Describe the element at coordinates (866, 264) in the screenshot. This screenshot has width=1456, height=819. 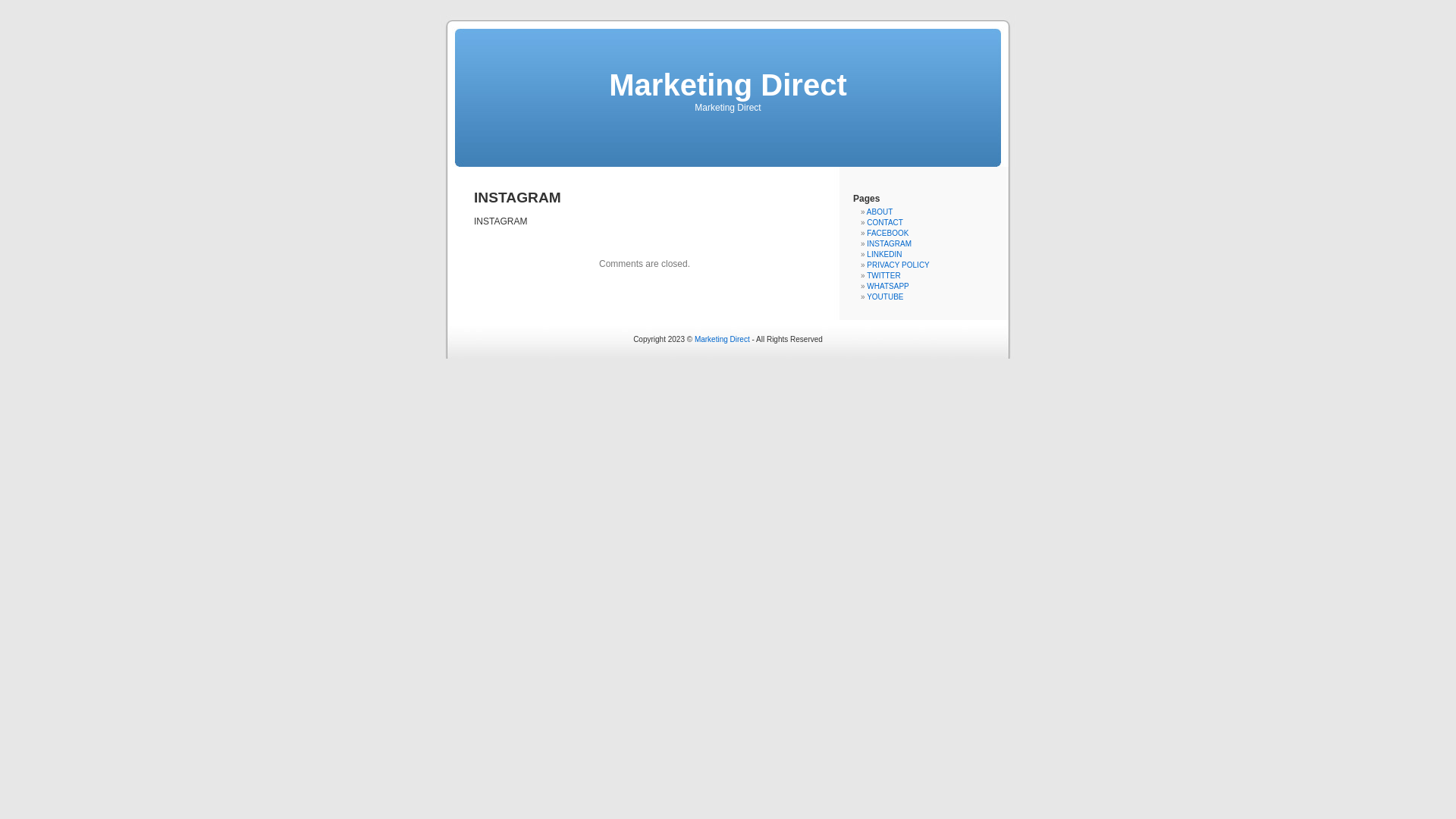
I see `'PRIVACY POLICY'` at that location.